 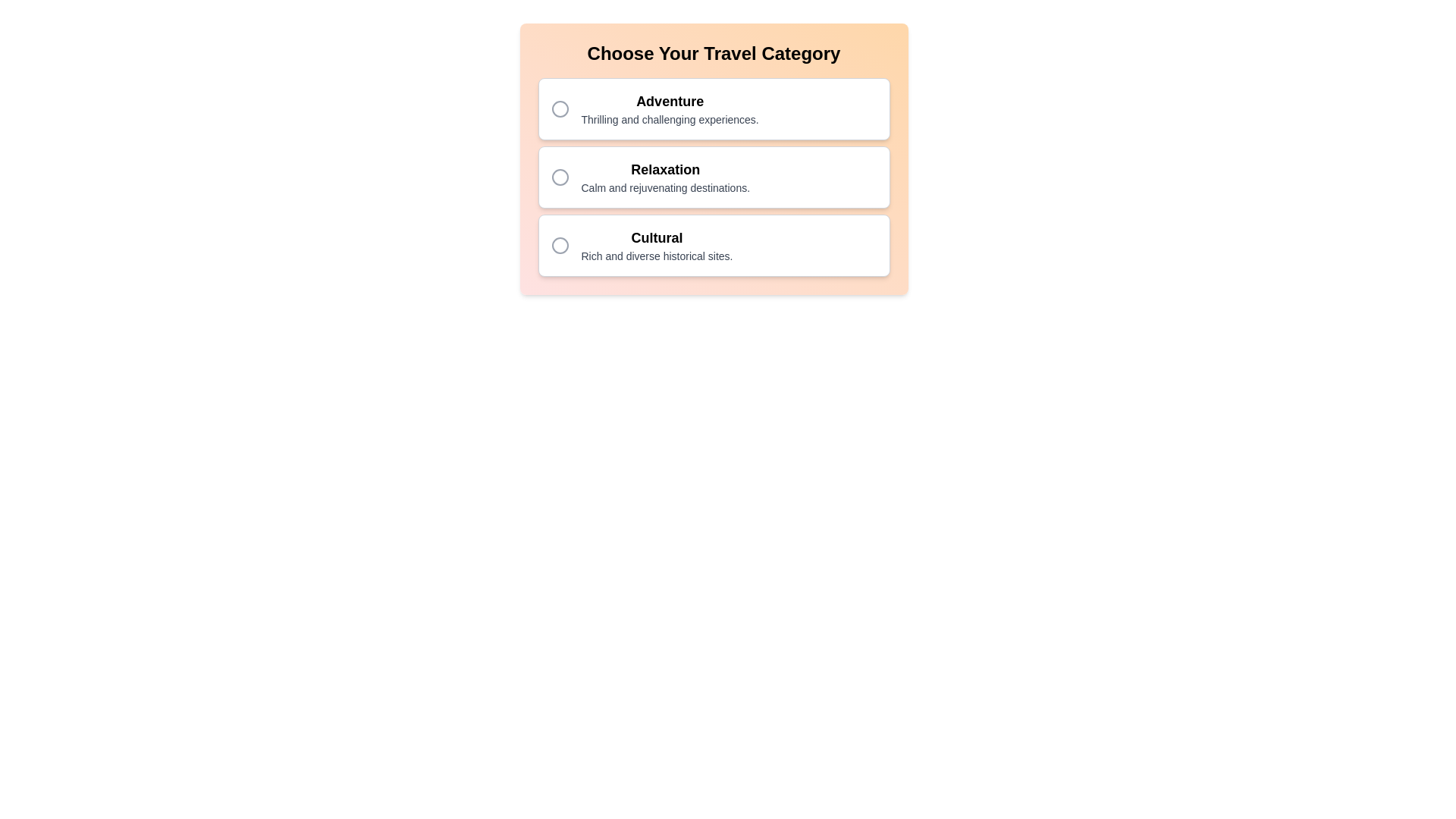 What do you see at coordinates (665, 187) in the screenshot?
I see `the label containing the text 'Calm and rejuvenating destinations.' located under the title 'Relaxation' in the second option group of the travel categories list` at bounding box center [665, 187].